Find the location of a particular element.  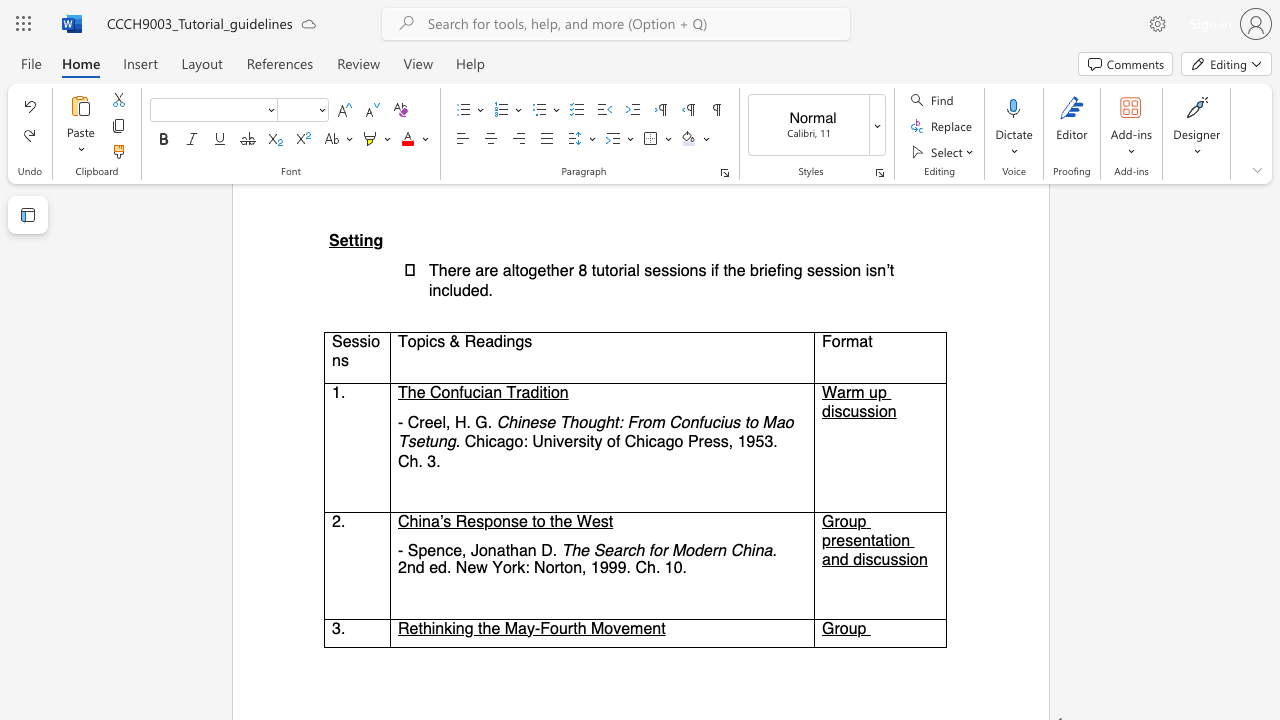

the 1th character "d" in the text is located at coordinates (826, 410).